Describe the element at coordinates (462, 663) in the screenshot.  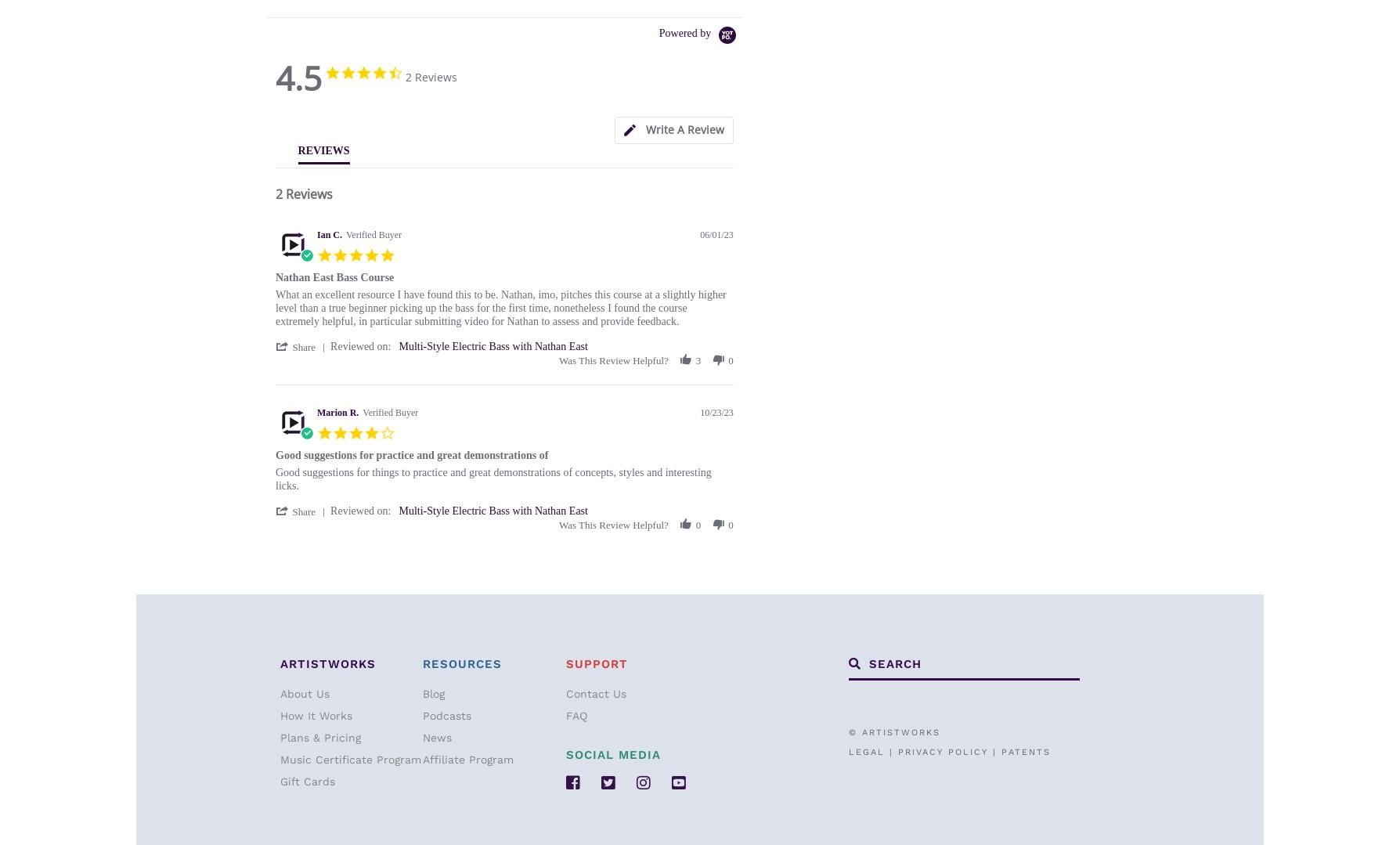
I see `'Resources'` at that location.